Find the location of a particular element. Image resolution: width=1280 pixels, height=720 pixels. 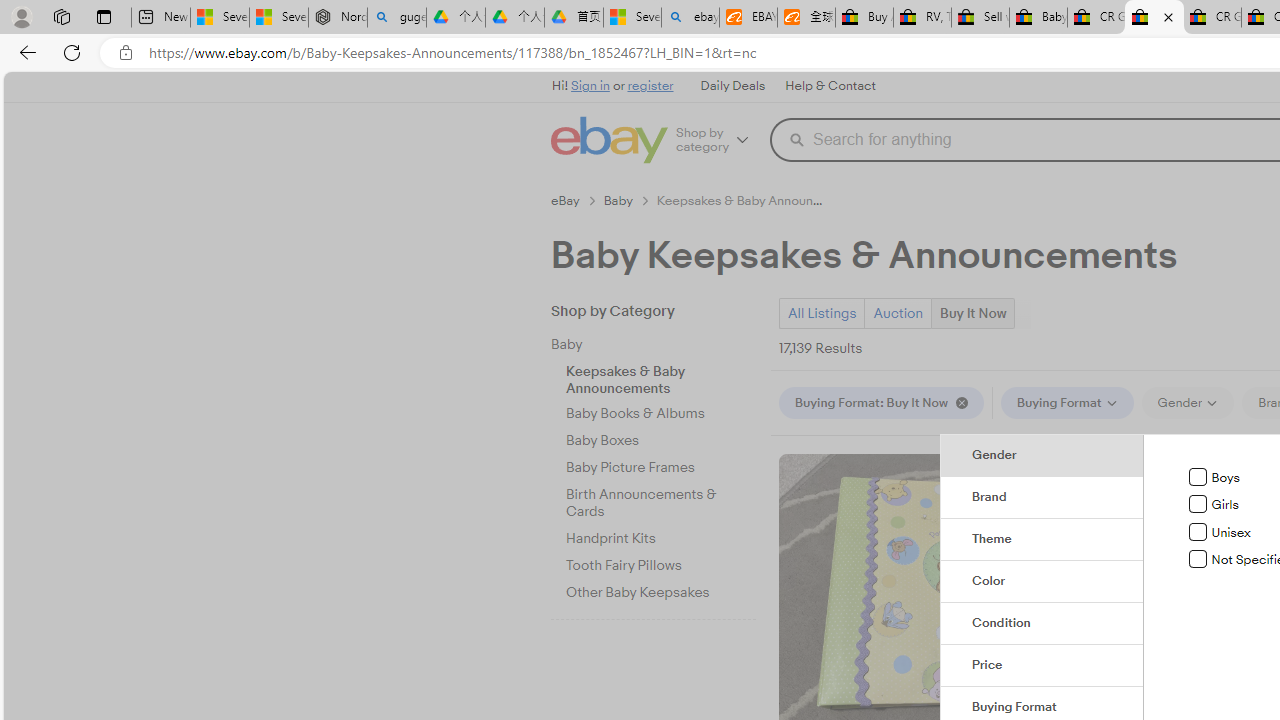

'View site information' is located at coordinates (125, 52).